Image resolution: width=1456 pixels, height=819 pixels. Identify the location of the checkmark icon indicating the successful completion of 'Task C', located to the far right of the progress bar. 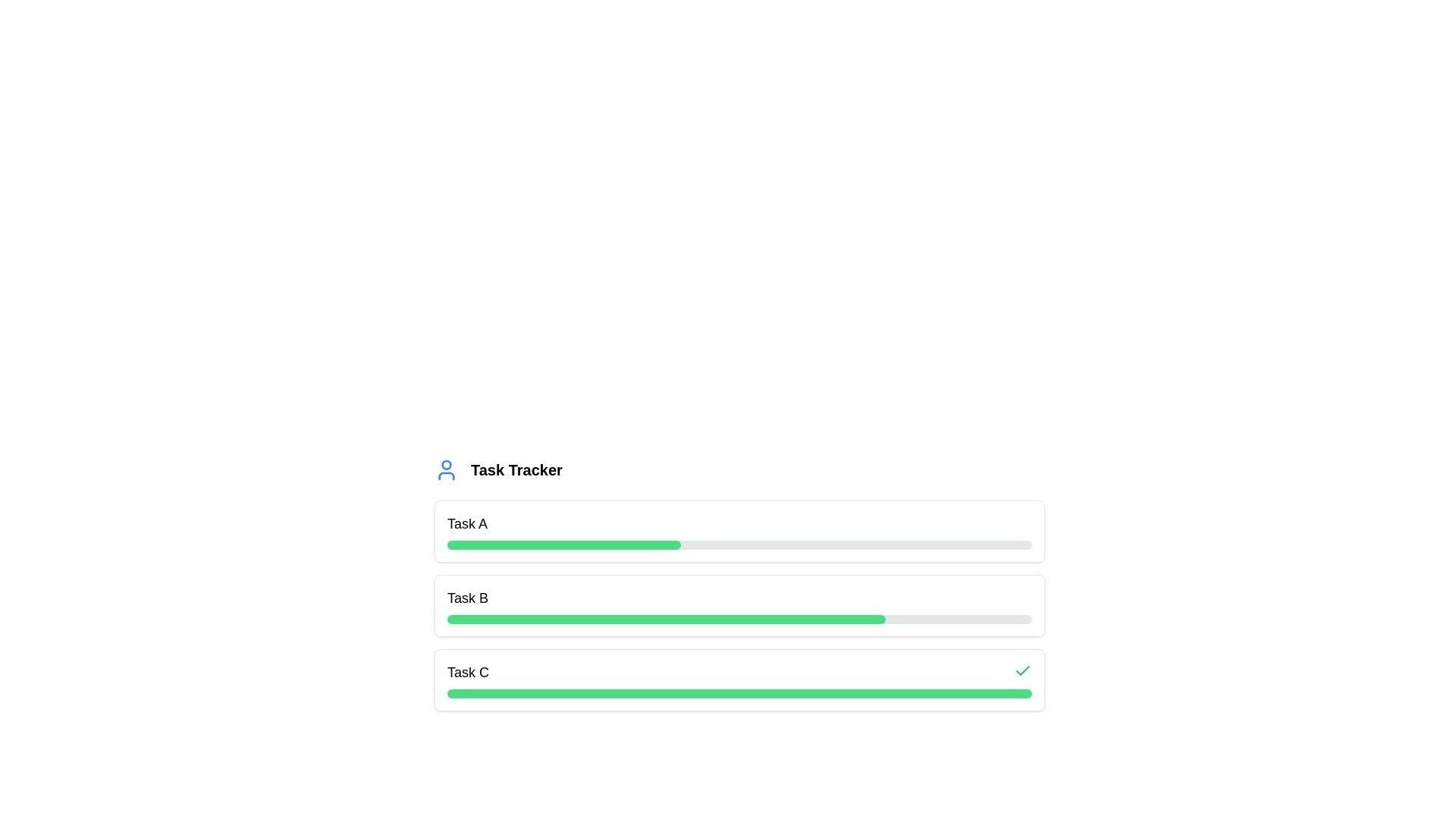
(1022, 670).